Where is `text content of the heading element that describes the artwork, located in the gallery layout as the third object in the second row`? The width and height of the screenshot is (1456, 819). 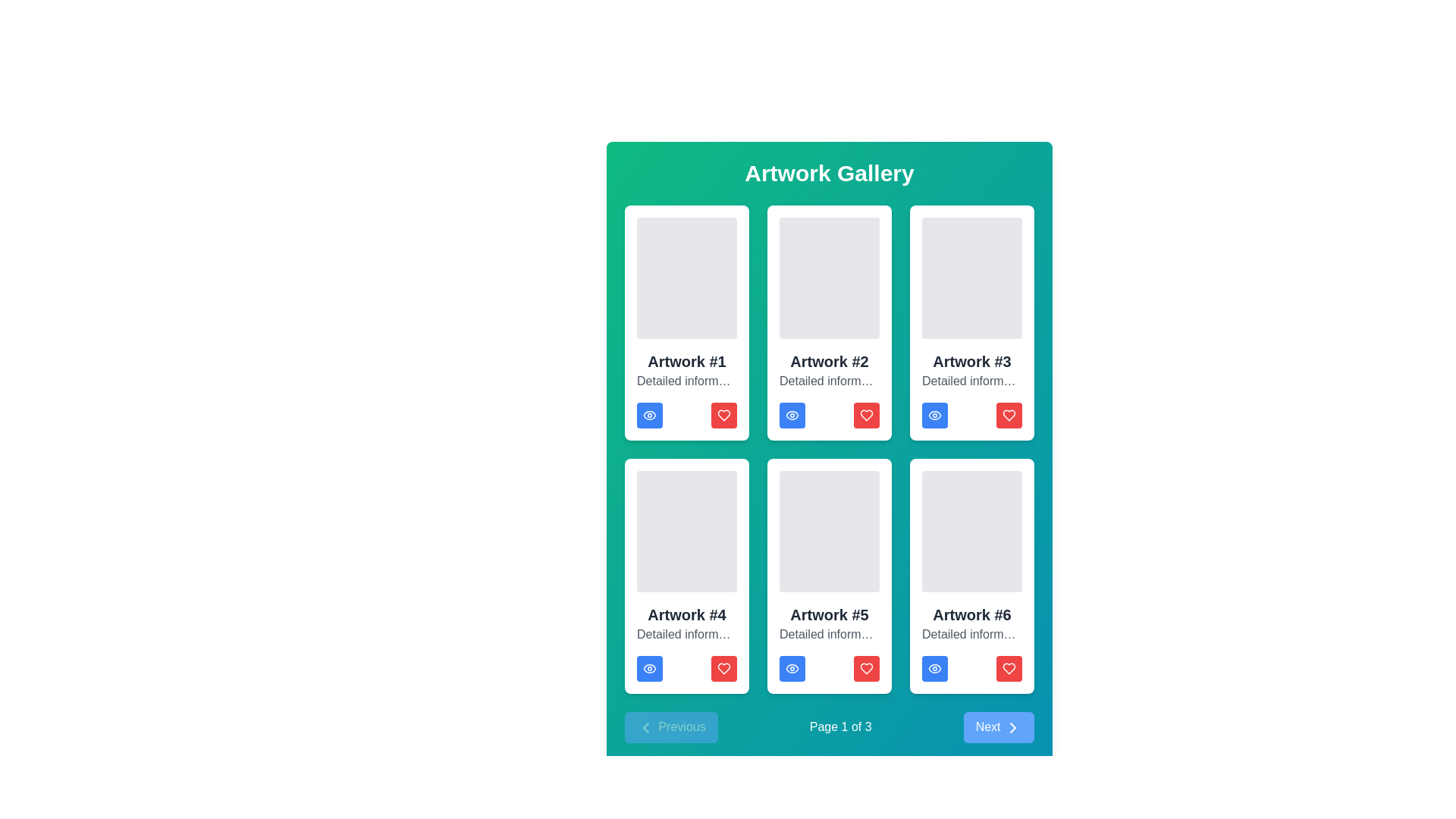
text content of the heading element that describes the artwork, located in the gallery layout as the third object in the second row is located at coordinates (829, 614).